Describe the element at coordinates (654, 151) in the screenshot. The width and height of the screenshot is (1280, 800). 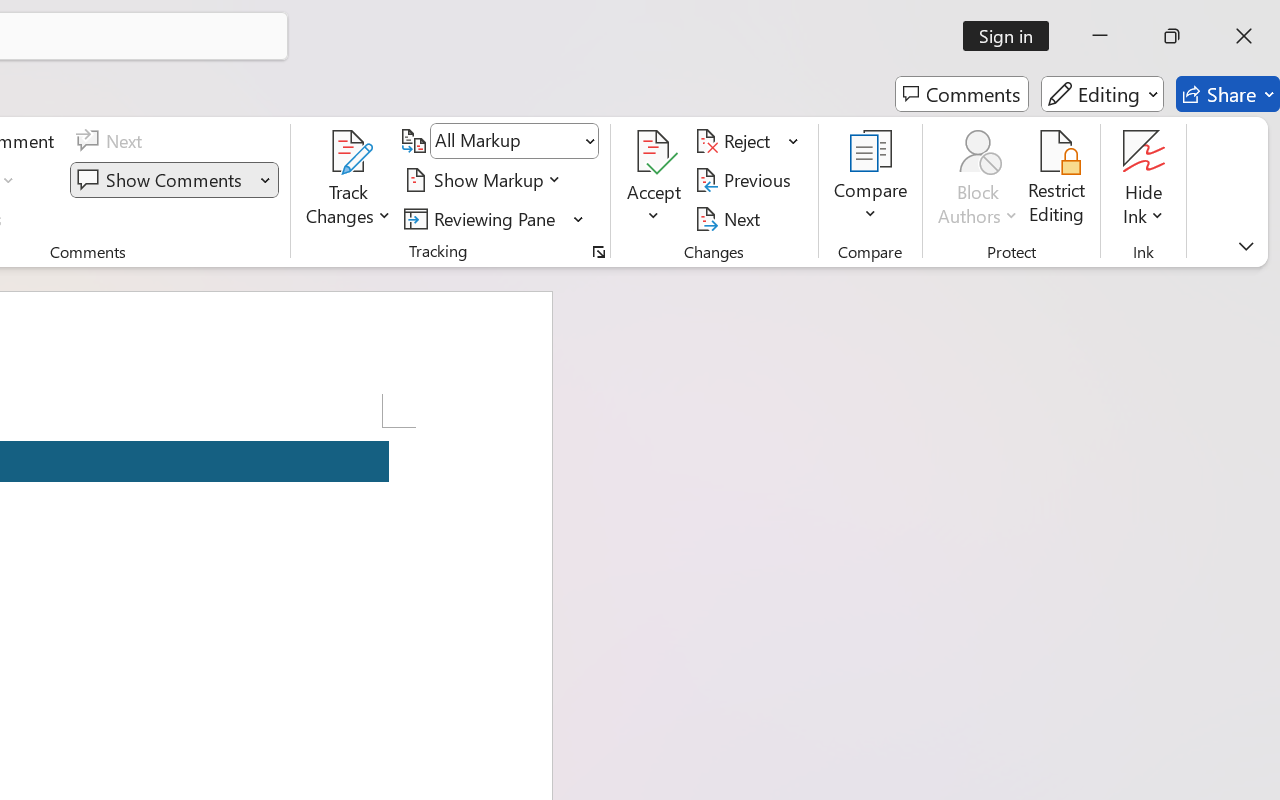
I see `'Accept and Move to Next'` at that location.